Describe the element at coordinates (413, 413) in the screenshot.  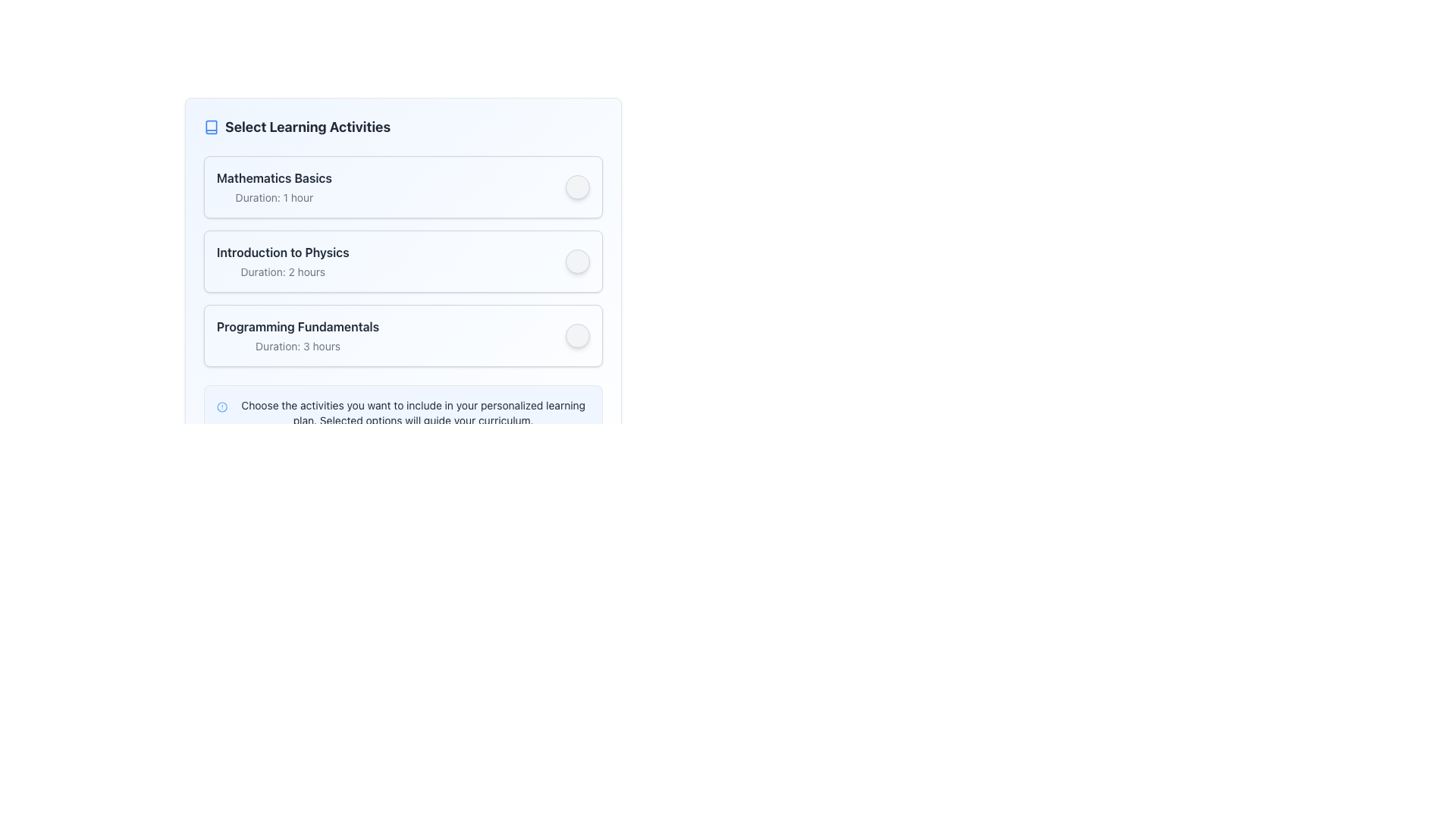
I see `the informational text block that provides guidance about selecting activities for a personalized learning plan, which is styled in gray and located at the bottom of the section` at that location.